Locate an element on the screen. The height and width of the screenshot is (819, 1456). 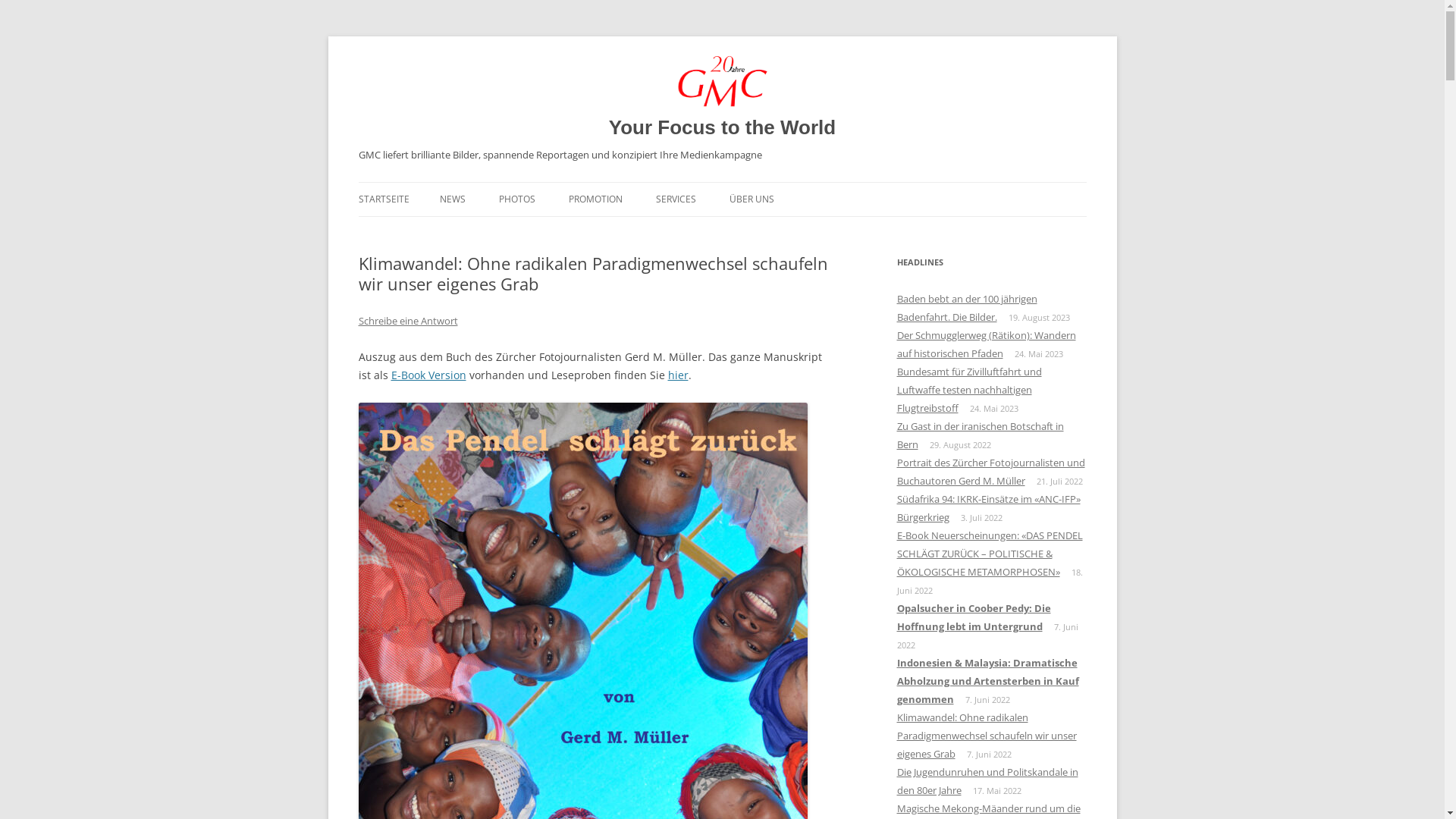
'DESIGN' is located at coordinates (731, 231).